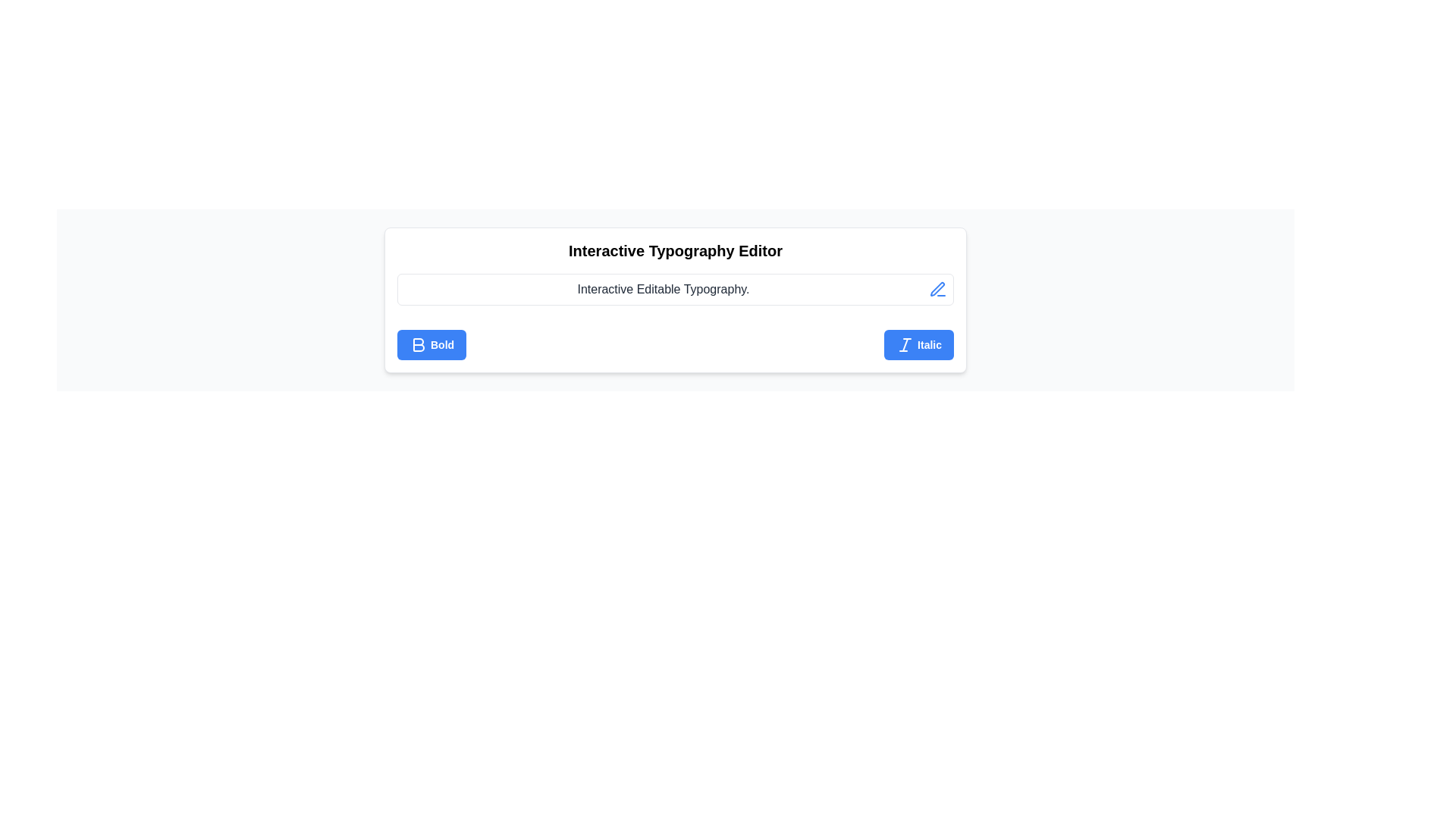  I want to click on the decorative icon for the bold button located at the bottom-left of the editor panel, which serves as a visual indication for toggling bold formatting, so click(419, 345).